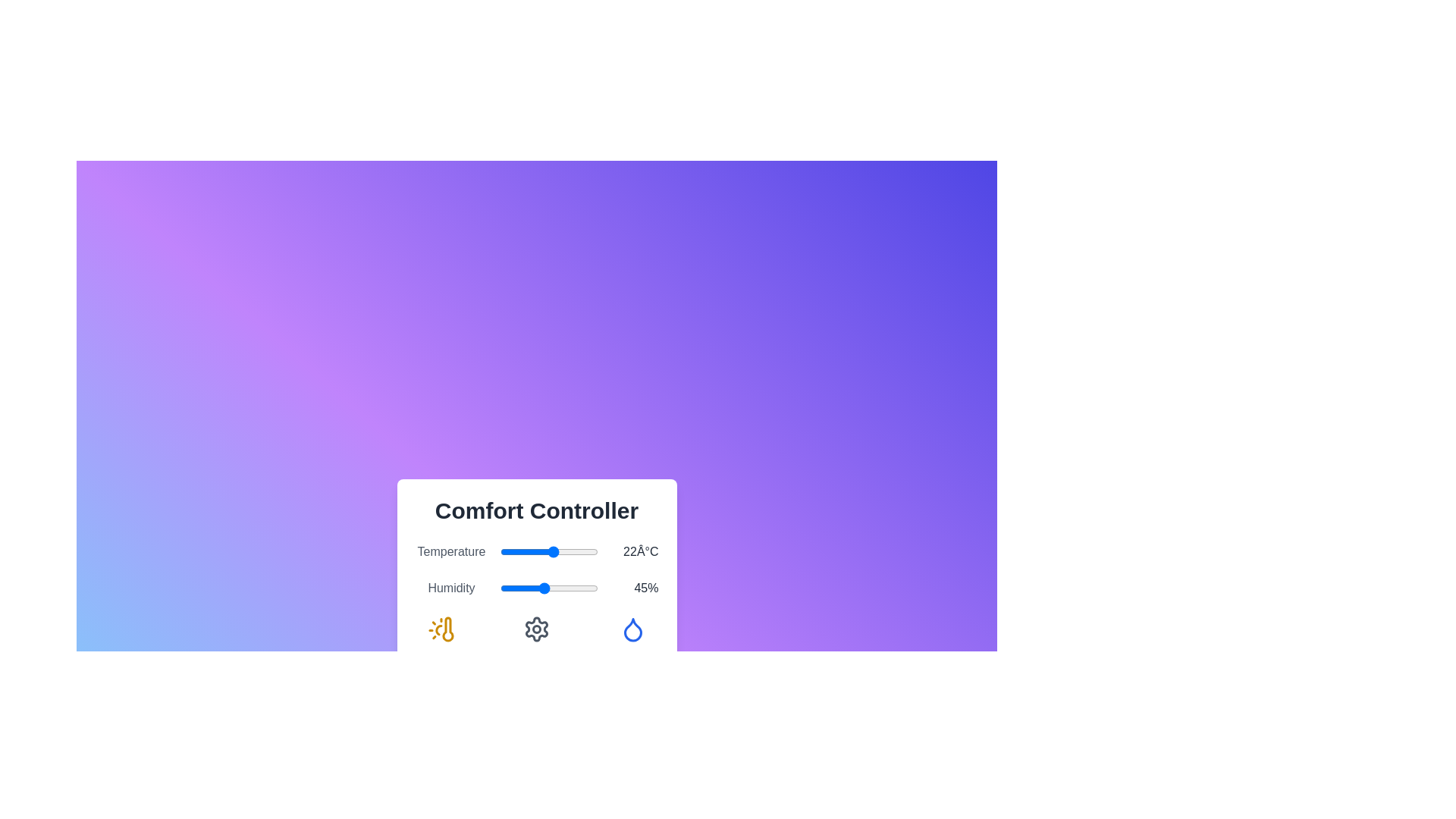 This screenshot has width=1456, height=819. What do you see at coordinates (632, 629) in the screenshot?
I see `the droplet icon to interact with the humidity feature` at bounding box center [632, 629].